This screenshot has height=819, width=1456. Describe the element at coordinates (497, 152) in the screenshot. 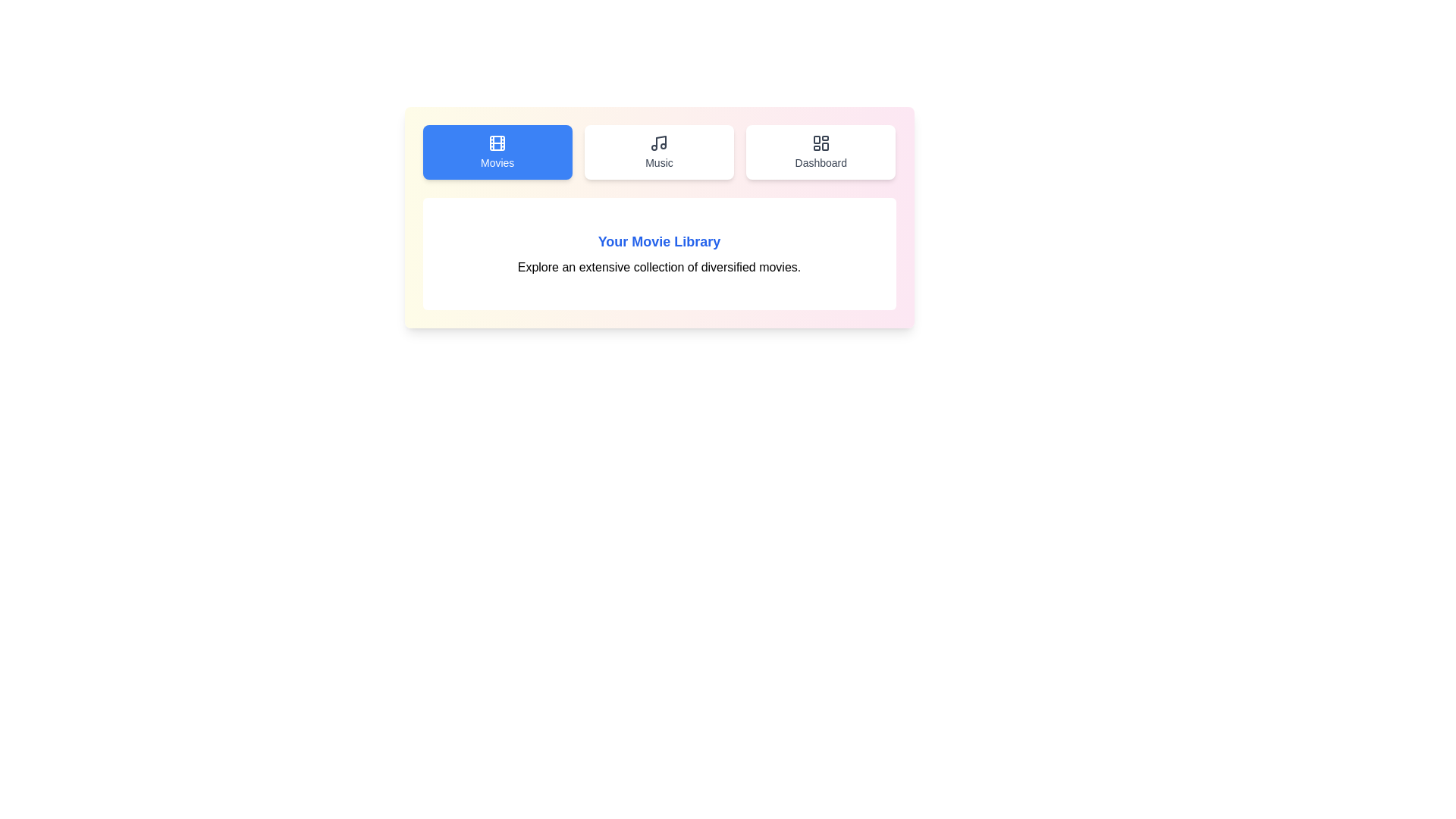

I see `the Movies tab by clicking on its button` at that location.